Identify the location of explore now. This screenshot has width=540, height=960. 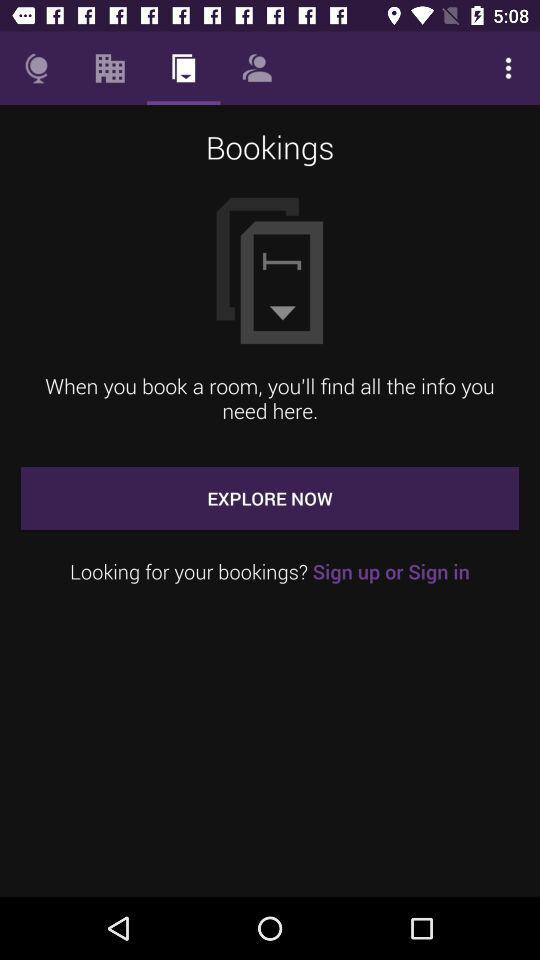
(270, 497).